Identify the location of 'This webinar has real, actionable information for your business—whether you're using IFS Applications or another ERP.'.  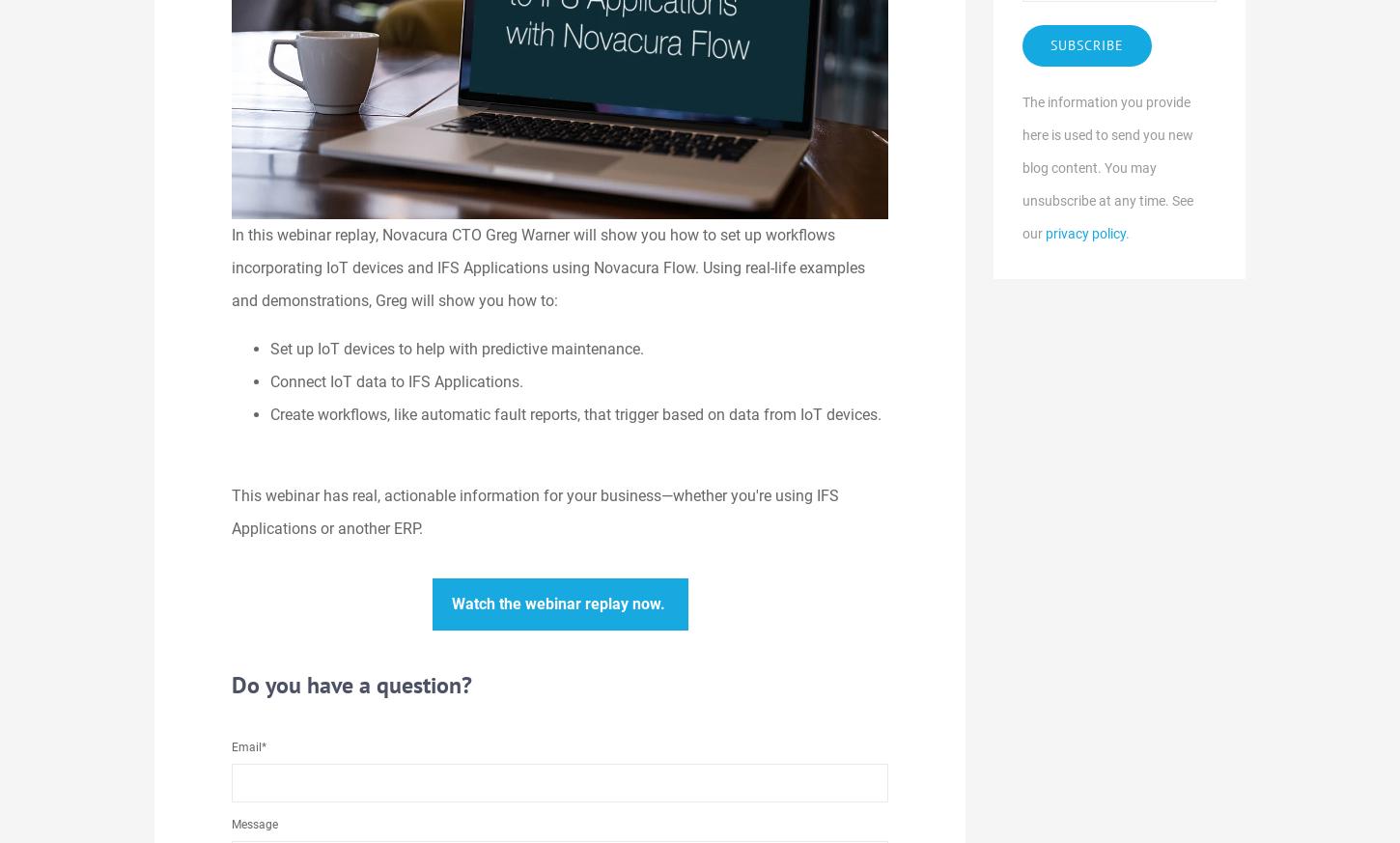
(535, 510).